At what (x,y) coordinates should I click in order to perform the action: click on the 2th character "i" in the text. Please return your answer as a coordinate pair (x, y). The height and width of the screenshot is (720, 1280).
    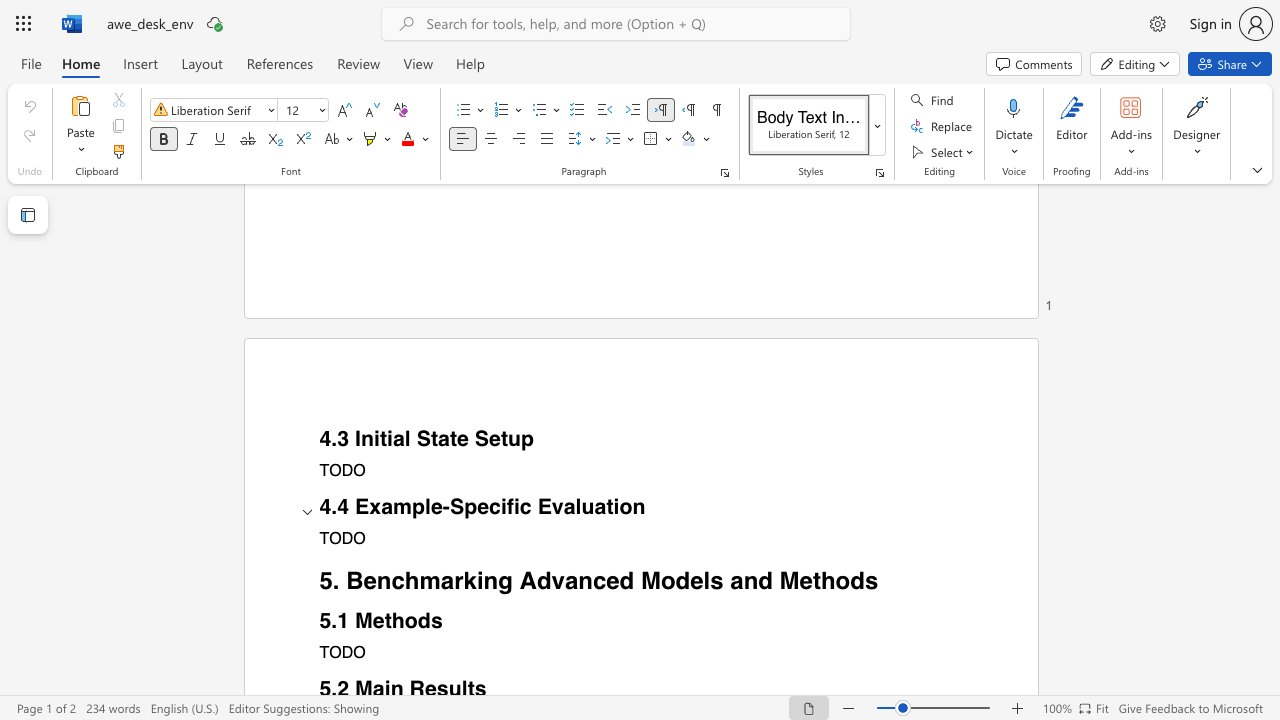
    Looking at the image, I should click on (390, 438).